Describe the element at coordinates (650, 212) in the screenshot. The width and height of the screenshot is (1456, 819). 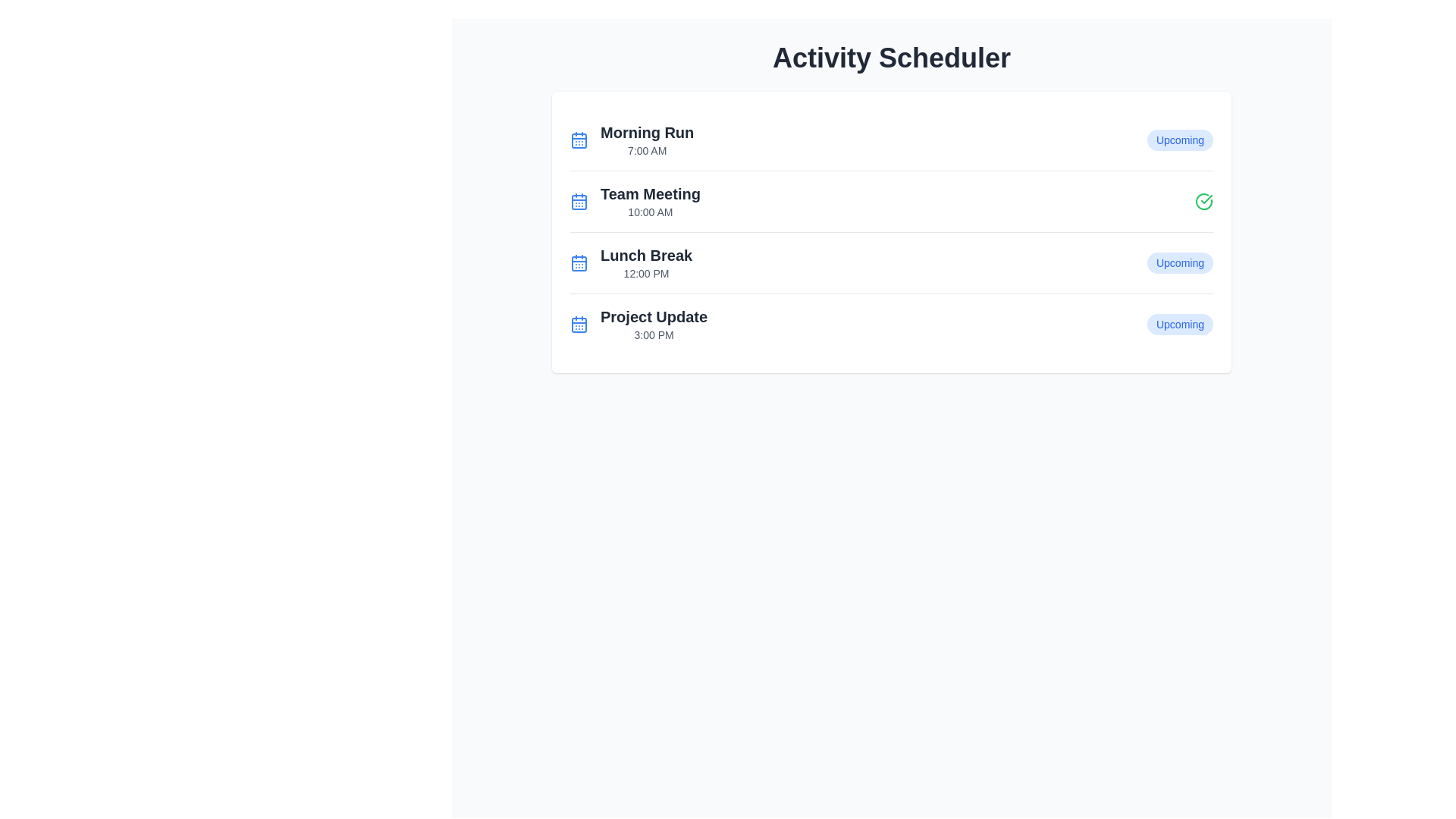
I see `the text element displaying '10:00 AM' in gray color, located below 'Team Meeting' in the schedule list` at that location.